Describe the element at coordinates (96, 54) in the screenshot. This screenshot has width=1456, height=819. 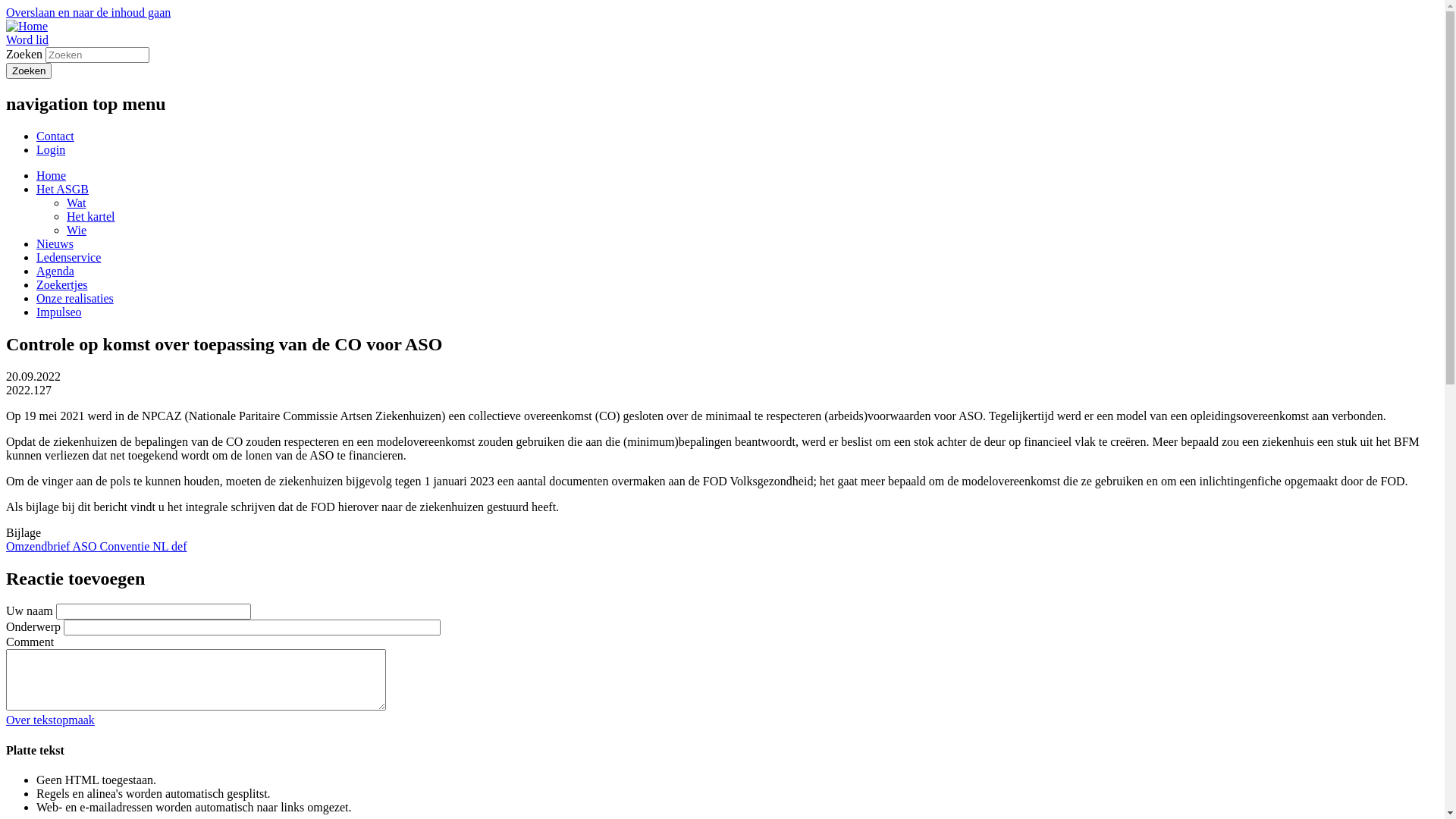
I see `'Geef de woorden op waarnaar u wilt zoeken.'` at that location.